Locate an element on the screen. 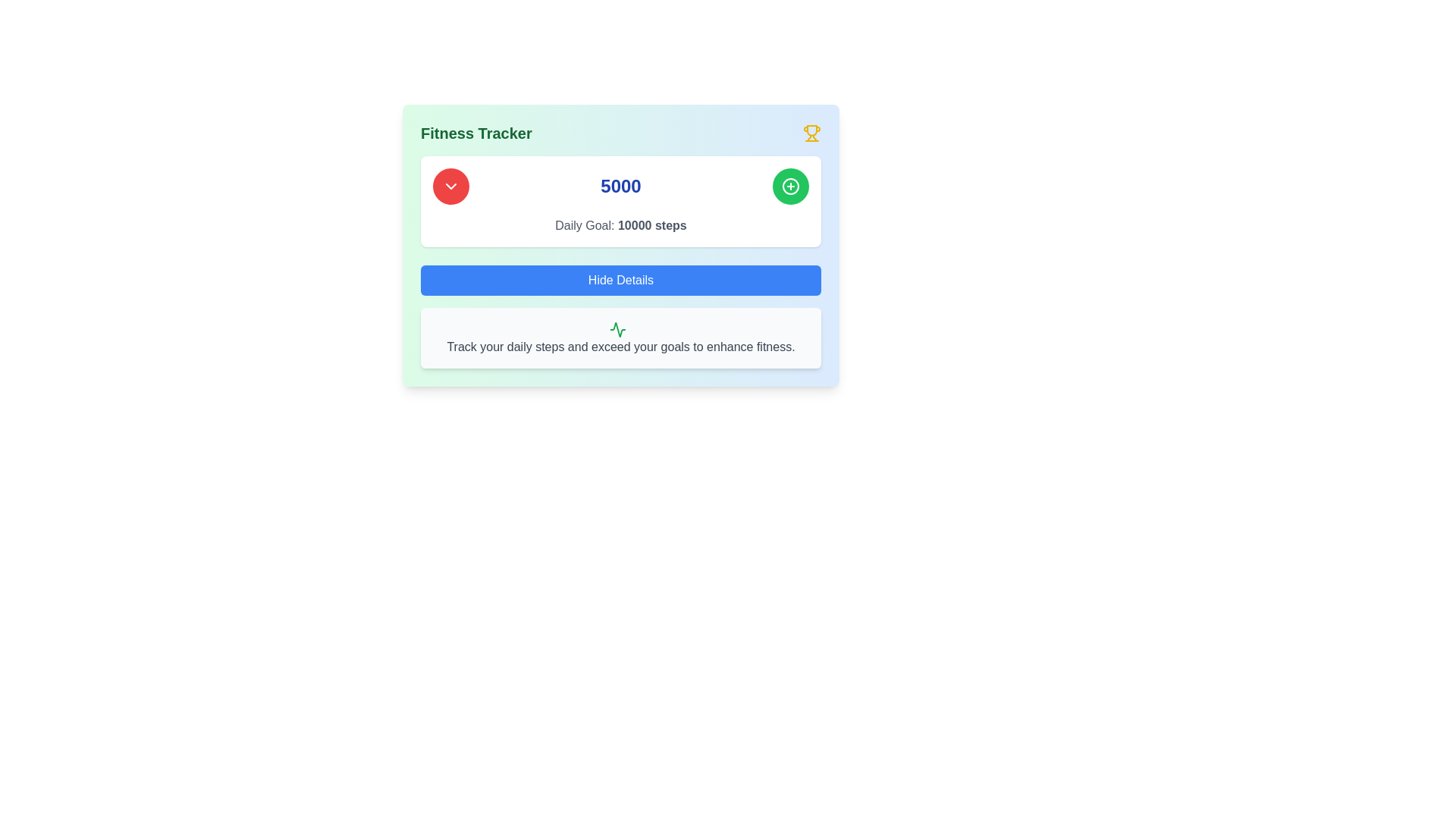 The height and width of the screenshot is (819, 1456). displayed numeric value of the current progress count in the fitness tracking application, which is centrally aligned in the fitness tracker widget layout is located at coordinates (621, 186).